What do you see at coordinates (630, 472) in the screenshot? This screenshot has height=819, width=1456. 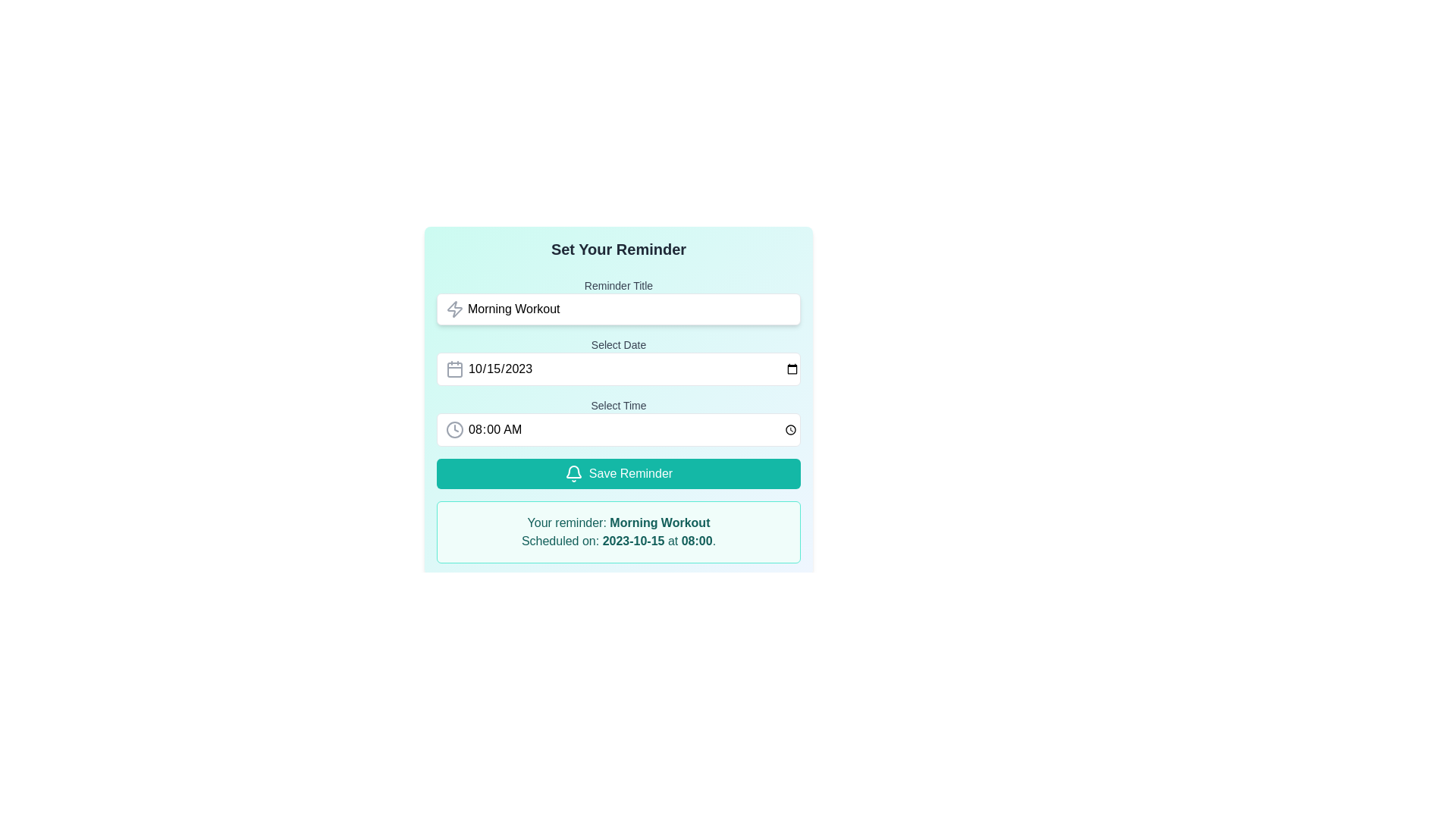 I see `the text label within the 'Save Reminder' button that indicates the action of saving reminders` at bounding box center [630, 472].